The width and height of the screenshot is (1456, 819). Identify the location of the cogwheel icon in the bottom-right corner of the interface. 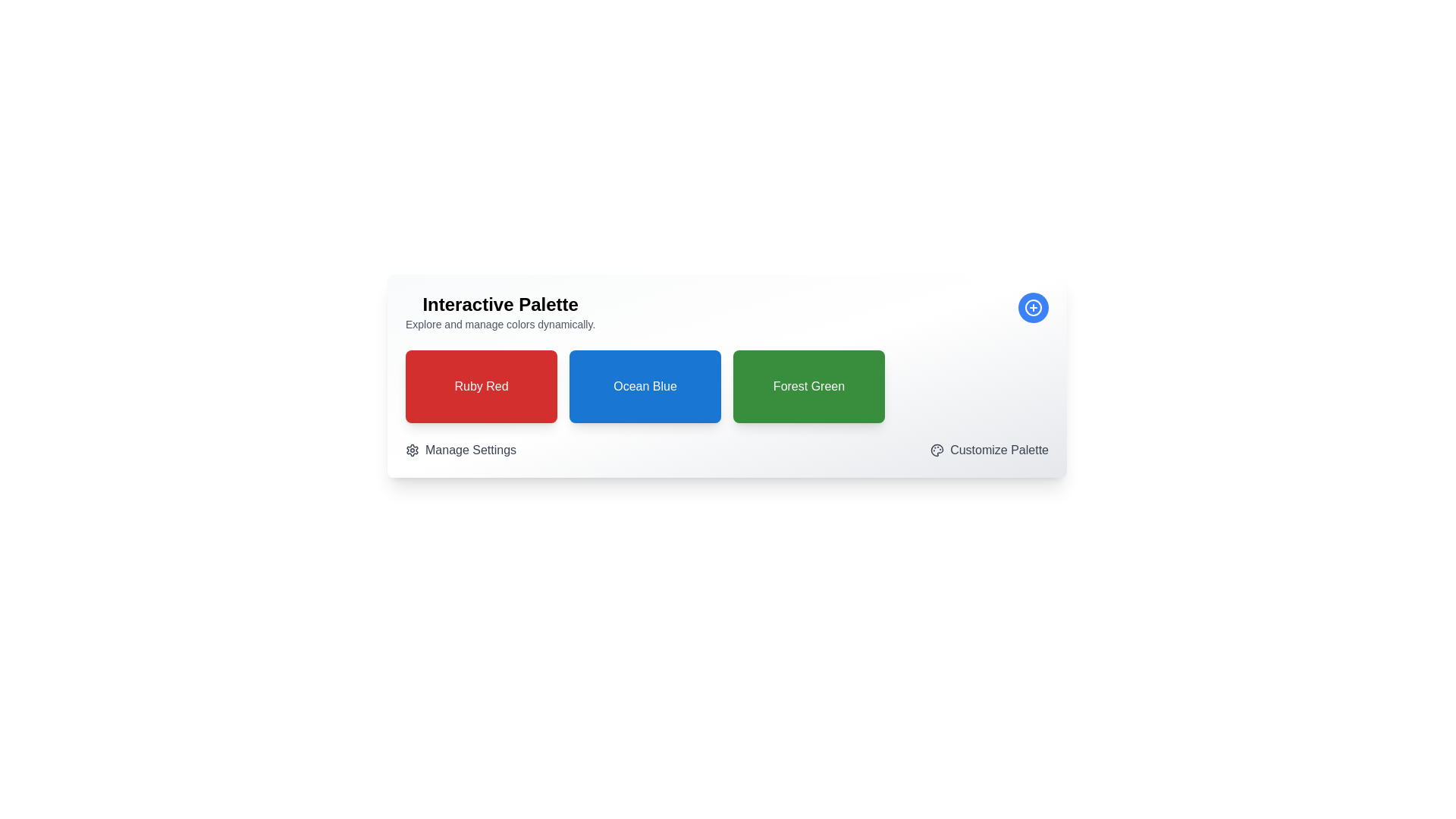
(412, 450).